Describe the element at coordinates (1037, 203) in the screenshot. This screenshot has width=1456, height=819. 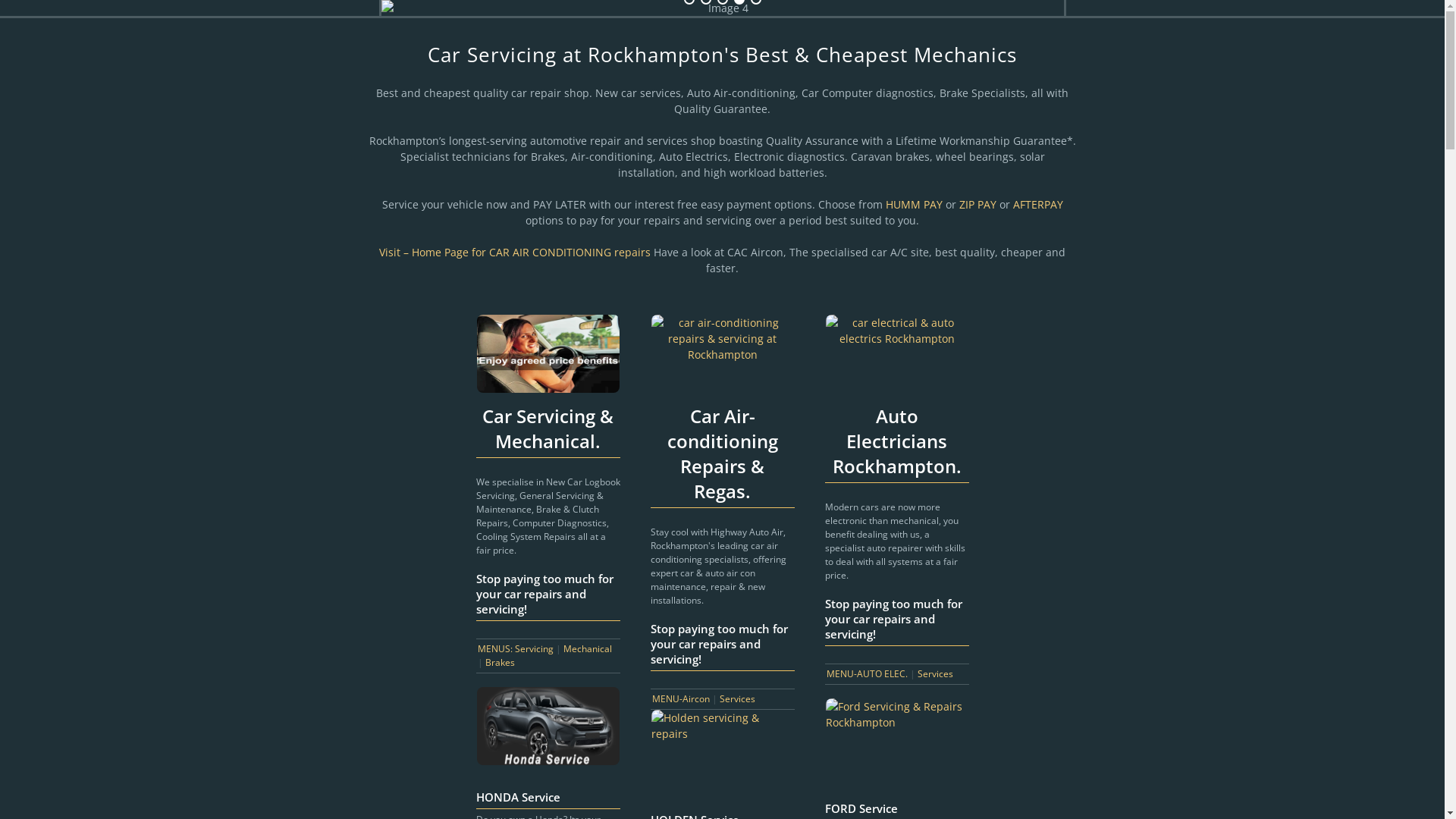
I see `'AFTERPAY'` at that location.